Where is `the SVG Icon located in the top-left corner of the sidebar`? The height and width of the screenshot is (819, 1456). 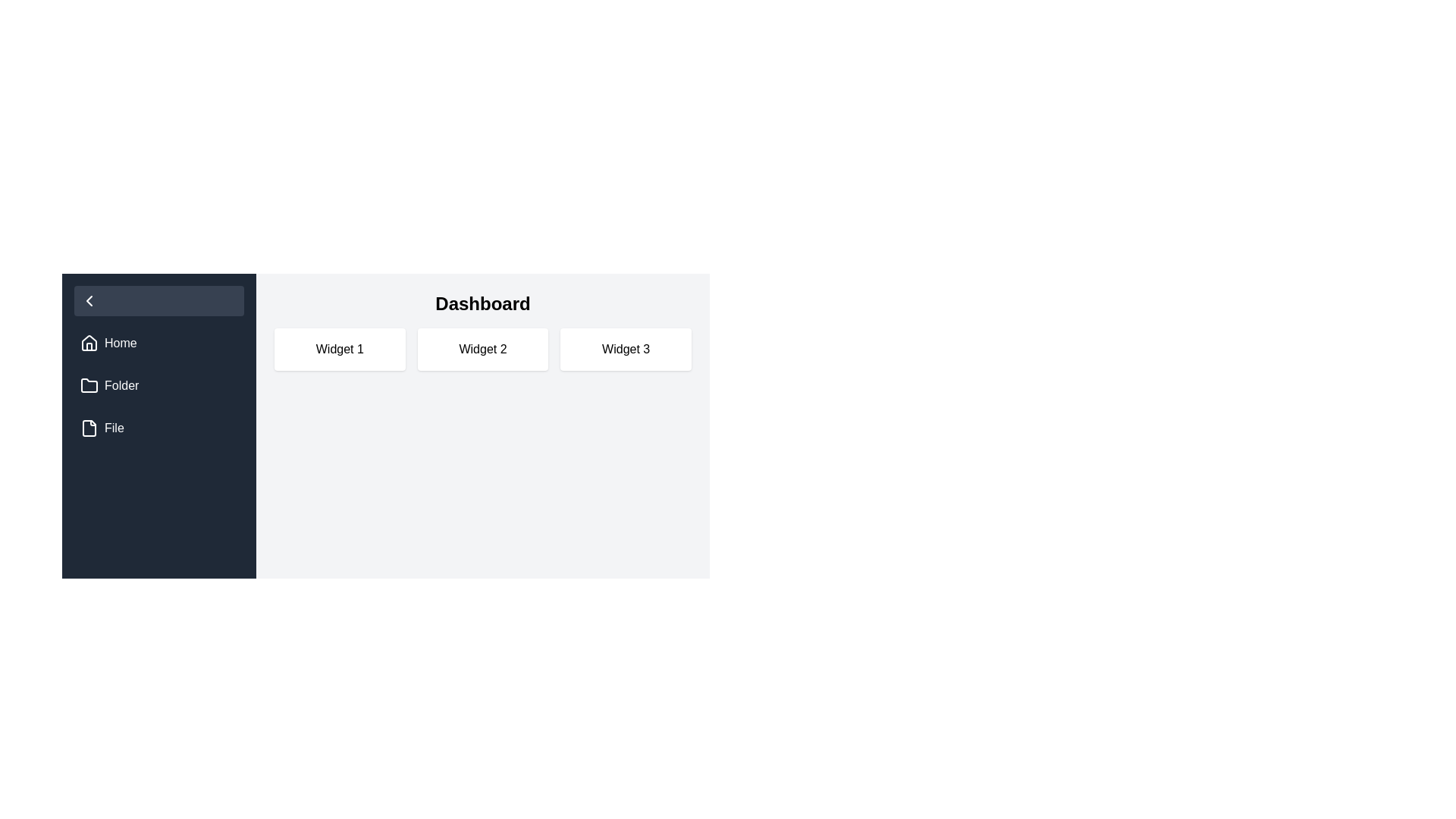 the SVG Icon located in the top-left corner of the sidebar is located at coordinates (89, 301).